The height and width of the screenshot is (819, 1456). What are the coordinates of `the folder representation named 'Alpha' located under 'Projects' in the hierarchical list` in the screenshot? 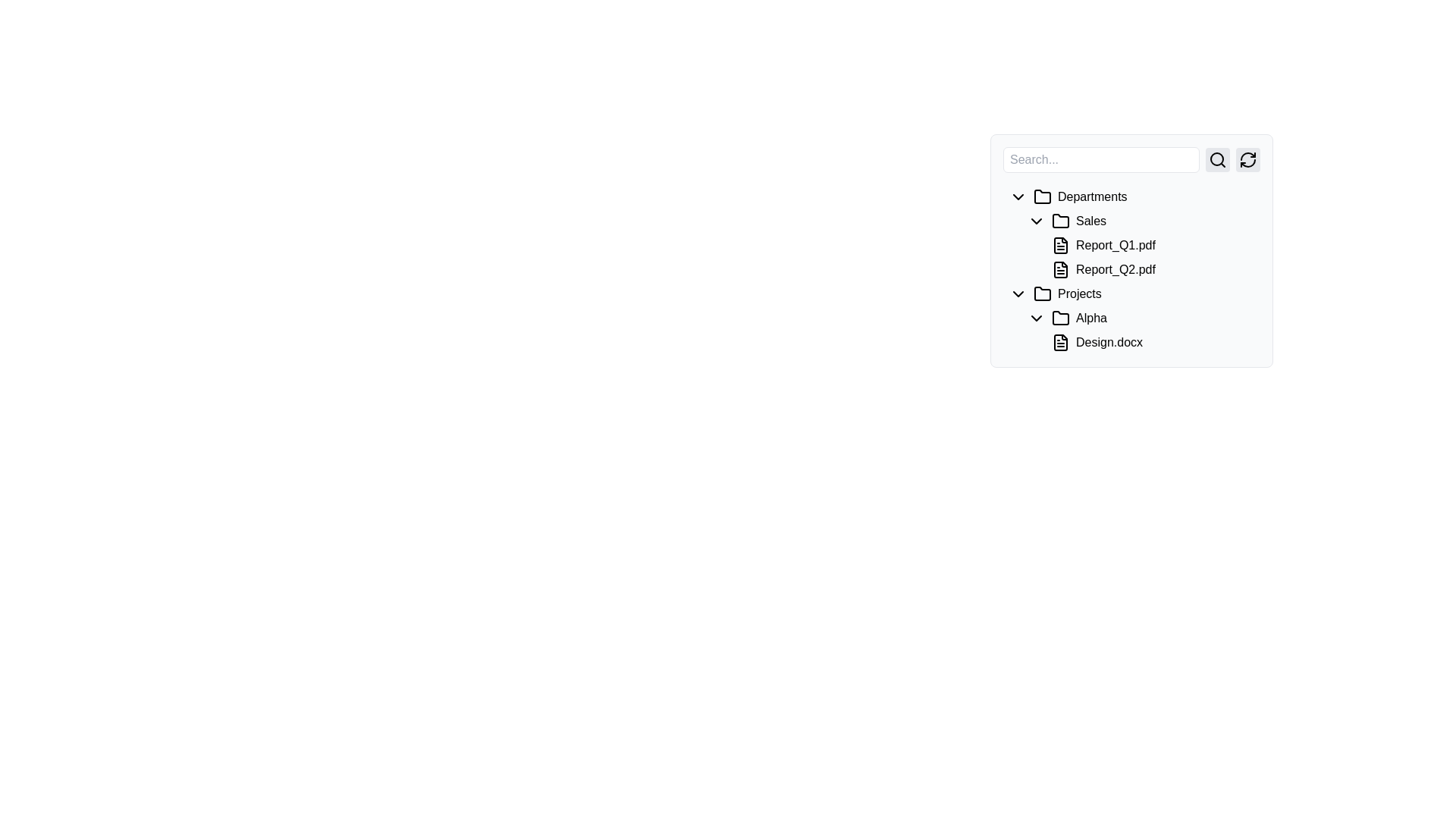 It's located at (1131, 312).